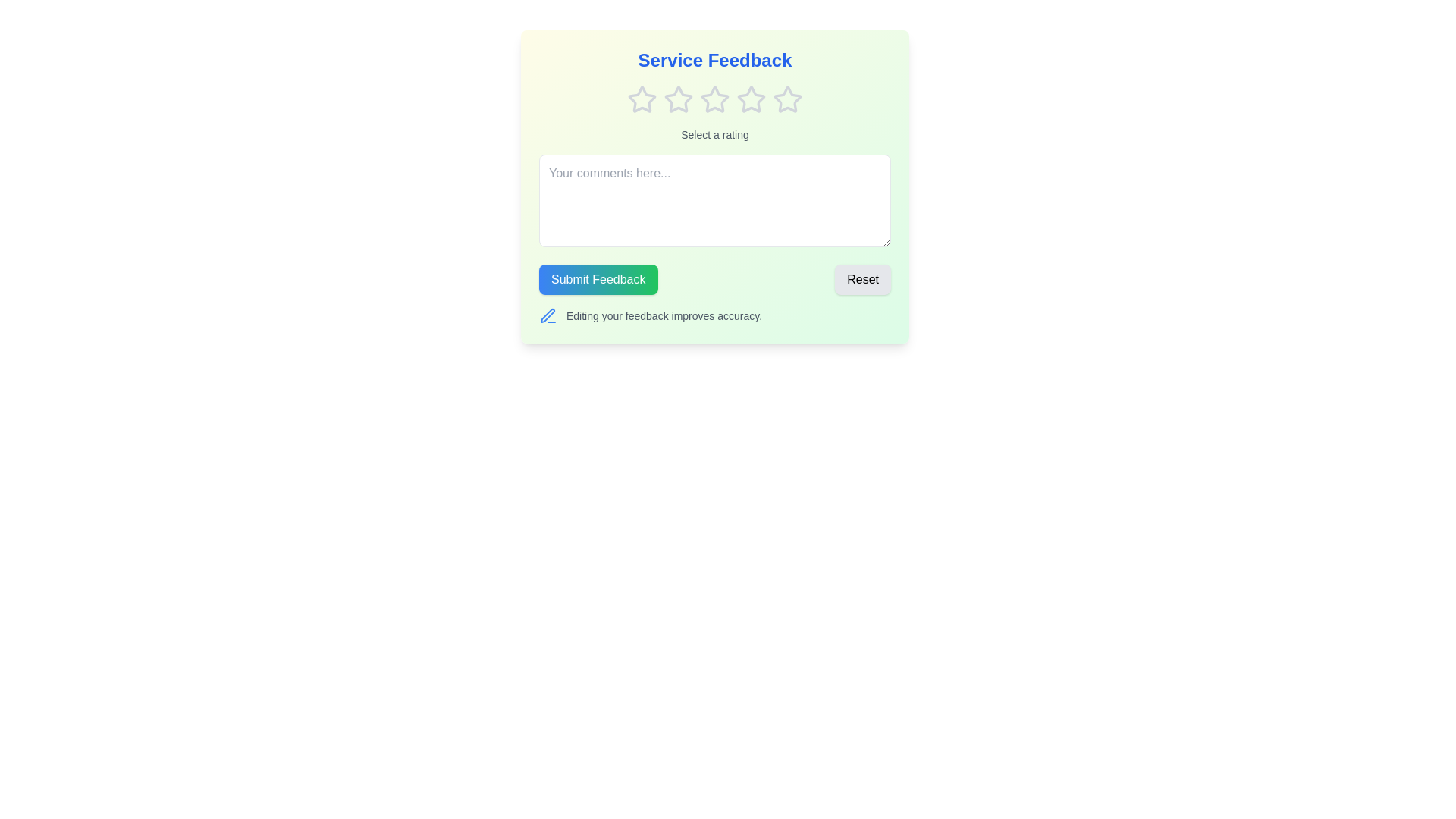 This screenshot has width=1456, height=819. I want to click on the first star icon in the interactive star rating set, so click(642, 99).